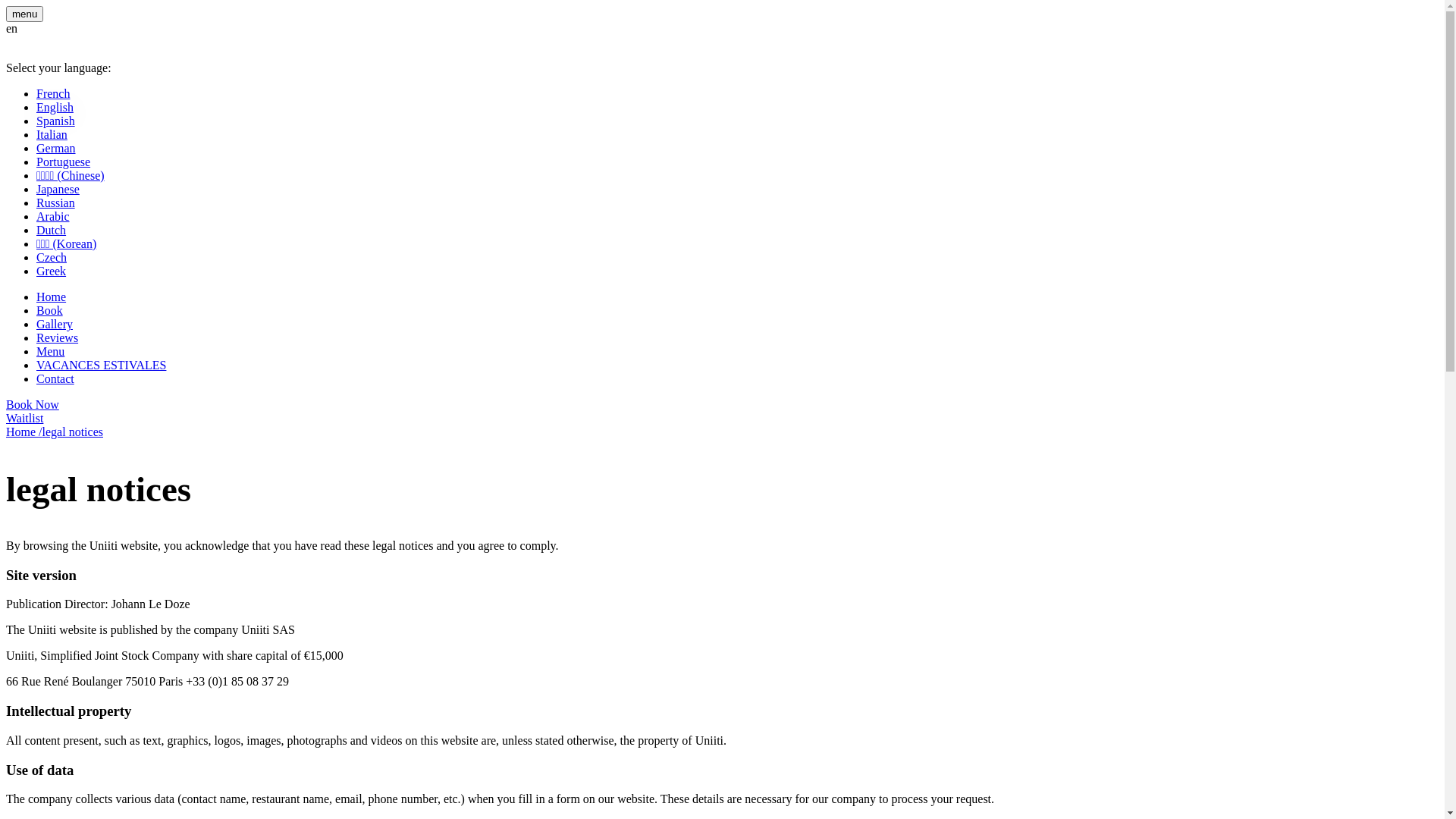 The width and height of the screenshot is (1456, 819). What do you see at coordinates (51, 230) in the screenshot?
I see `'Dutch'` at bounding box center [51, 230].